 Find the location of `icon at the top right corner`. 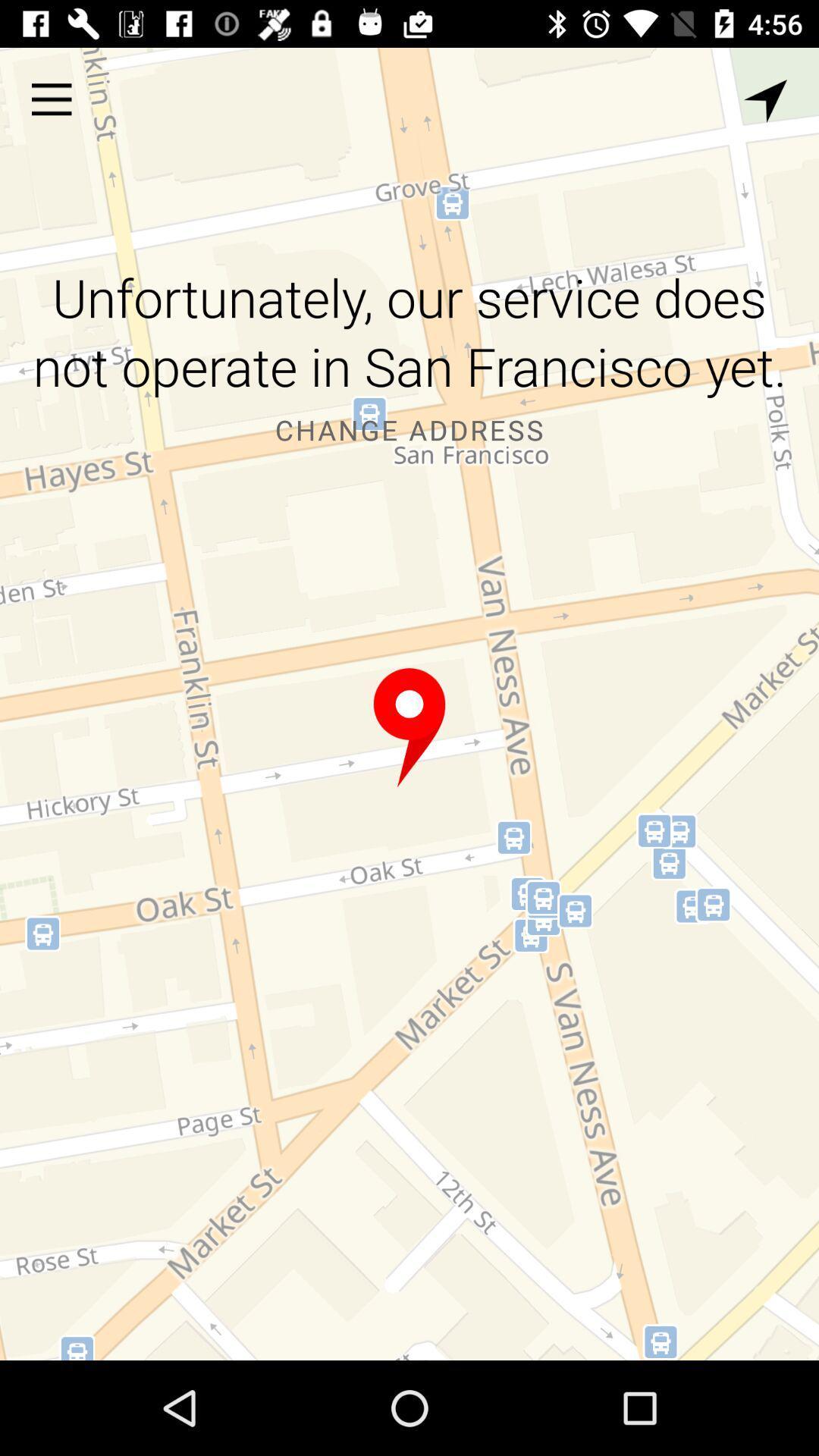

icon at the top right corner is located at coordinates (765, 100).